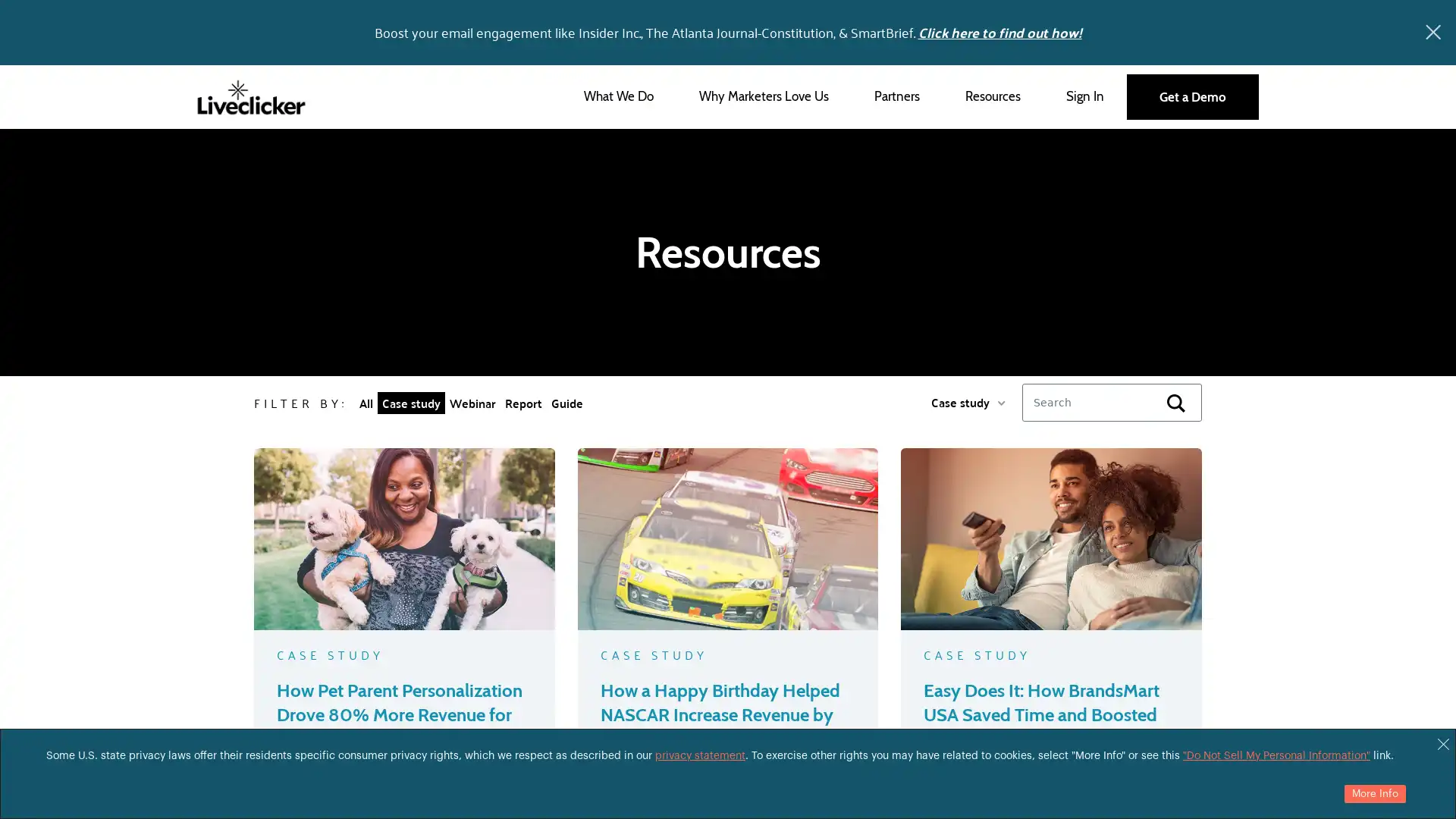 The width and height of the screenshot is (1456, 819). What do you see at coordinates (1432, 32) in the screenshot?
I see `x` at bounding box center [1432, 32].